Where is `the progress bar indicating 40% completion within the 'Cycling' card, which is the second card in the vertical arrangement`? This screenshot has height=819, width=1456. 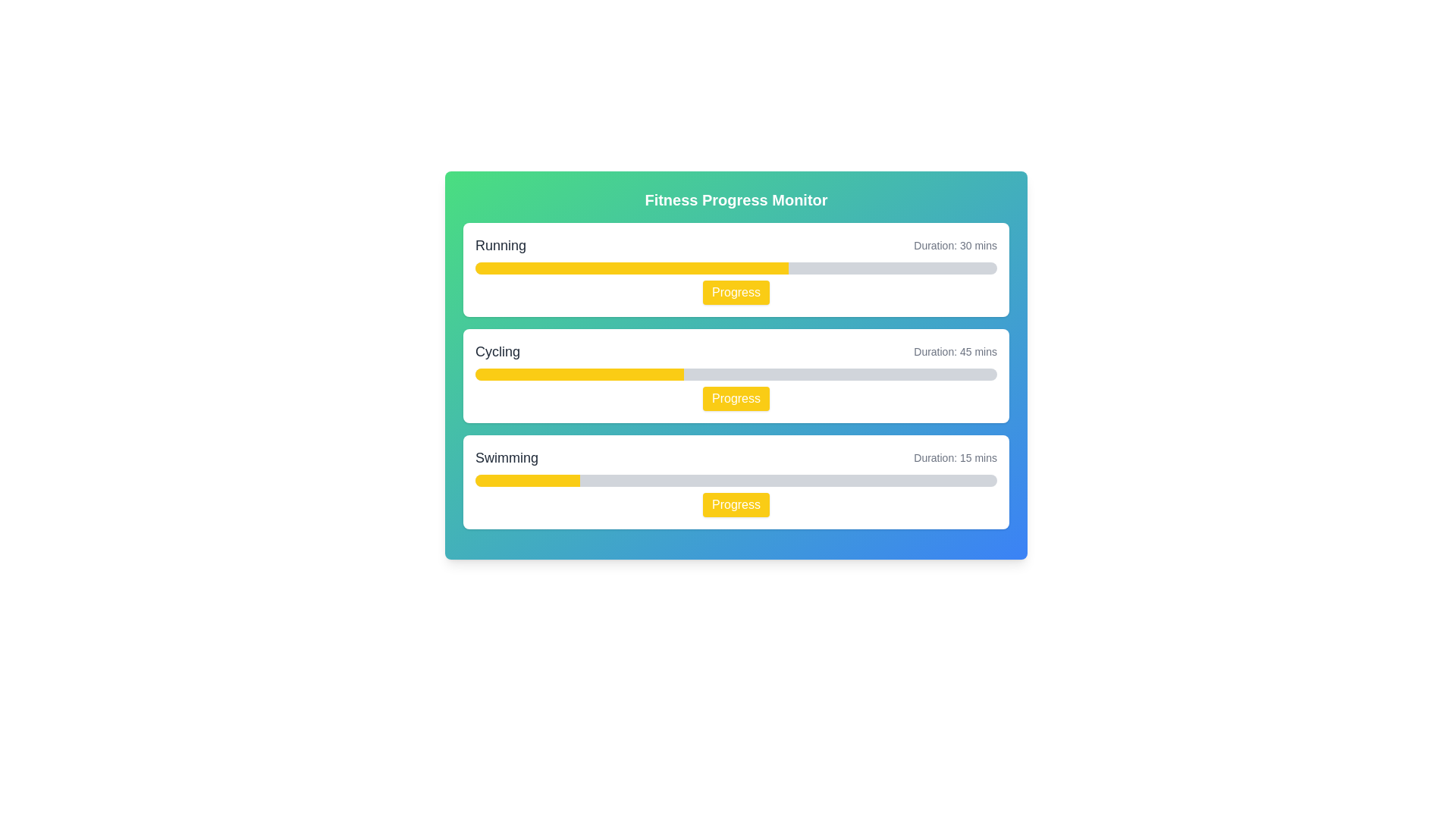 the progress bar indicating 40% completion within the 'Cycling' card, which is the second card in the vertical arrangement is located at coordinates (736, 374).